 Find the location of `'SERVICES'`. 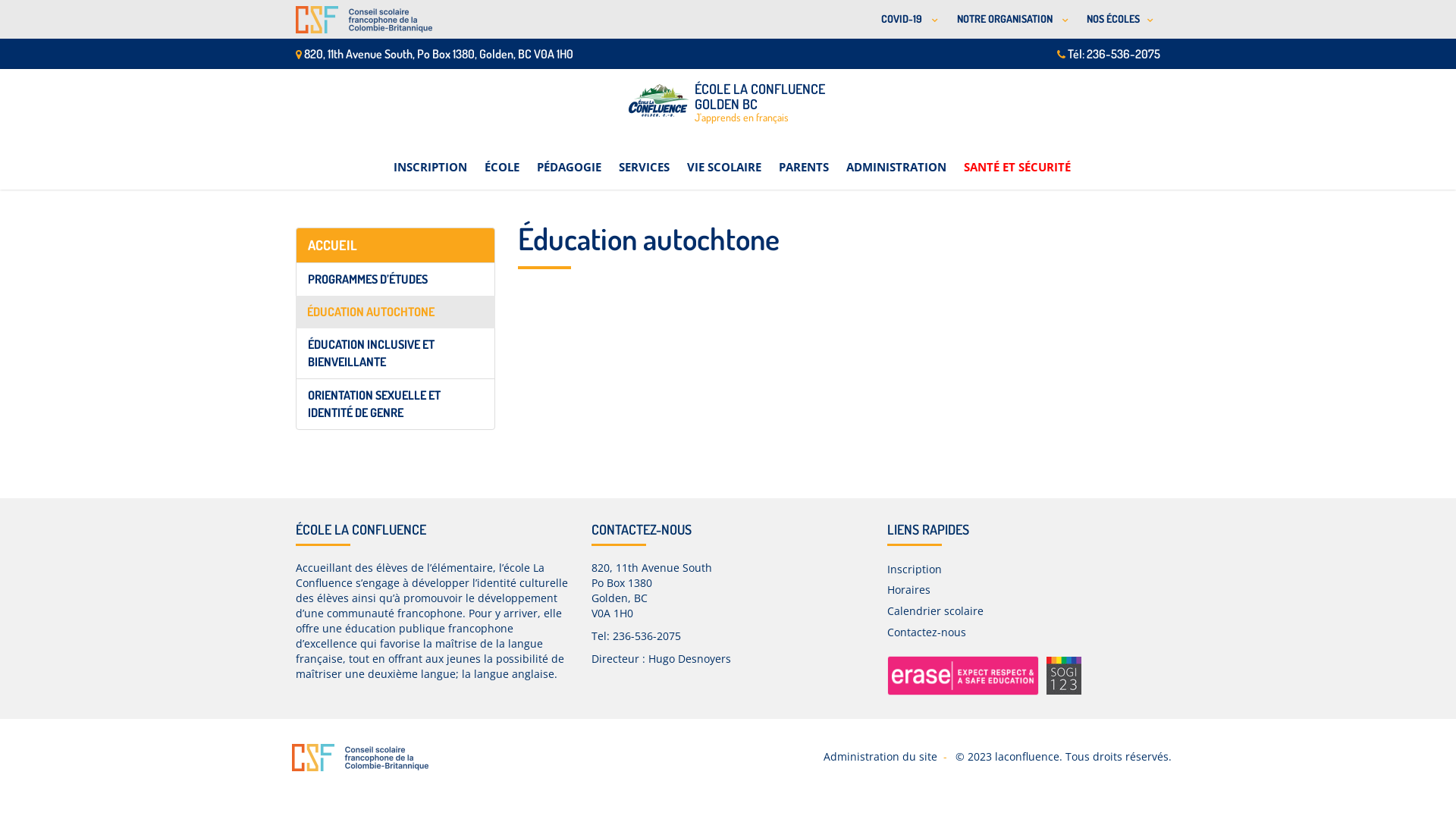

'SERVICES' is located at coordinates (644, 158).